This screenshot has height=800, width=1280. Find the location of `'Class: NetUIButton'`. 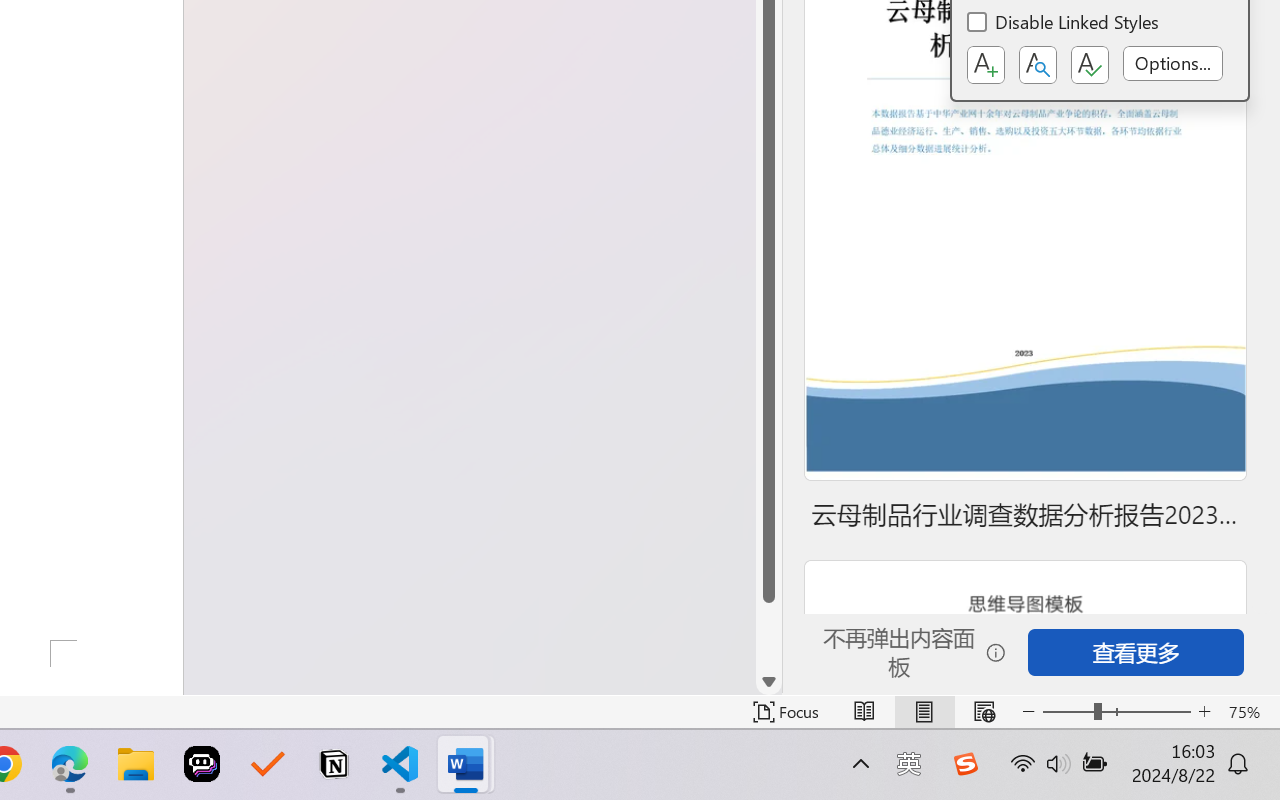

'Class: NetUIButton' is located at coordinates (1088, 64).